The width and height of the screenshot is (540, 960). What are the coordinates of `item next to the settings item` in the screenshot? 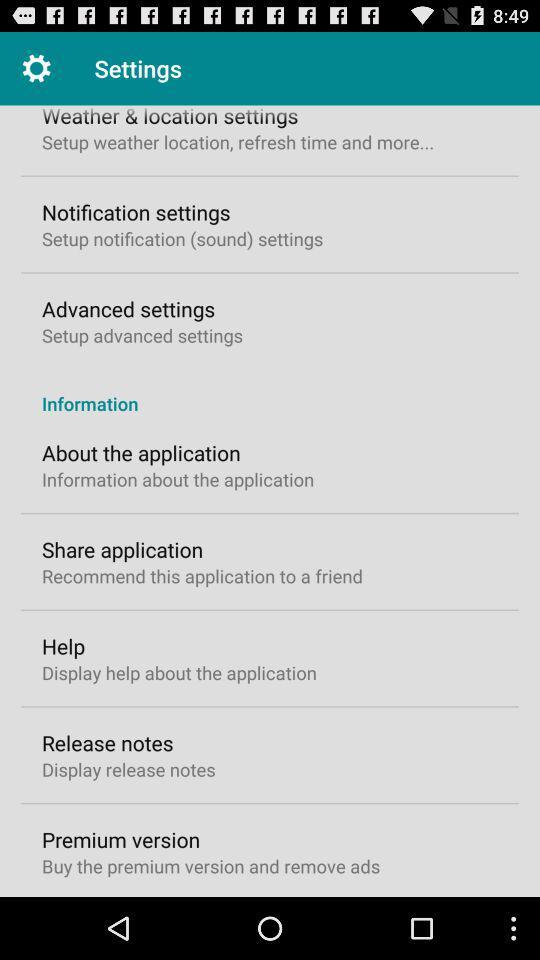 It's located at (36, 68).